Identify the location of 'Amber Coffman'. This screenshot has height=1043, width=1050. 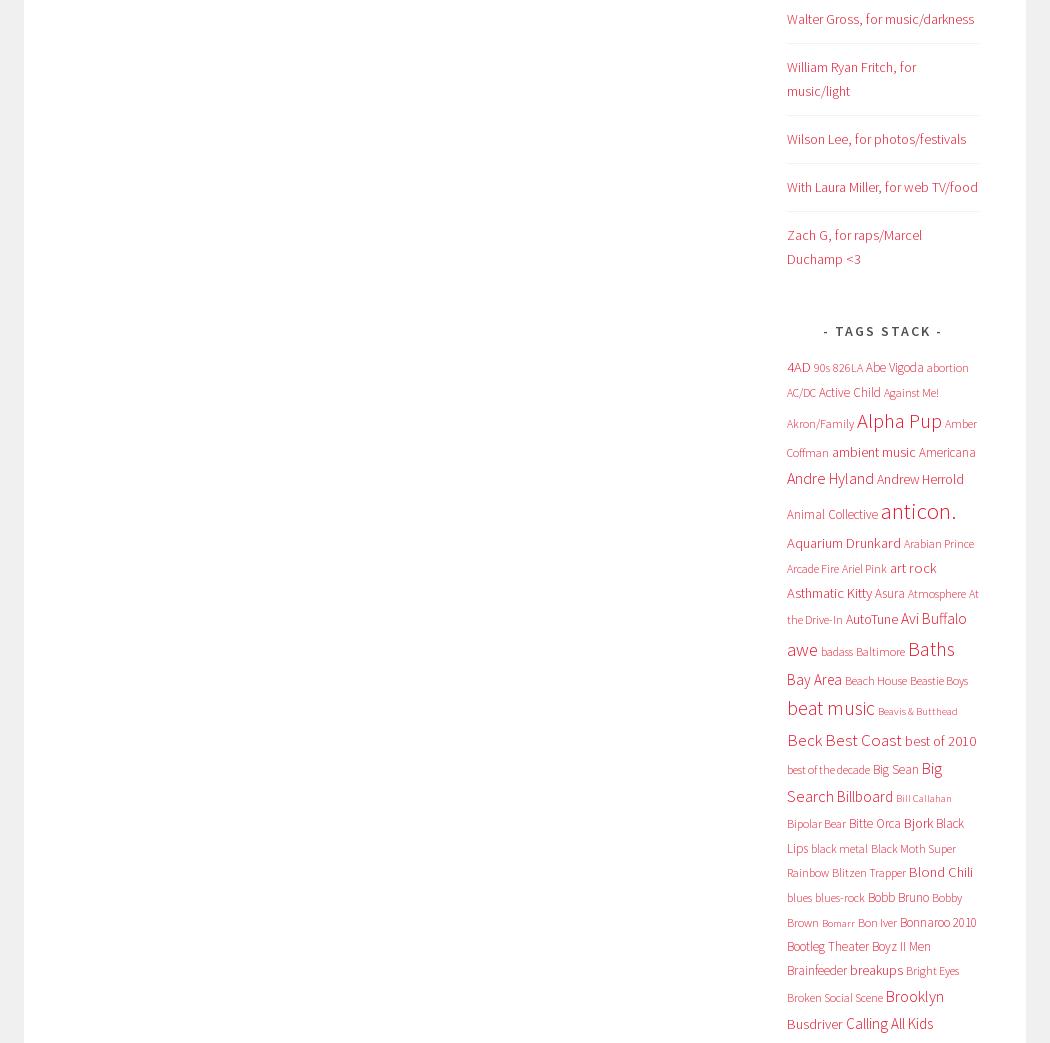
(786, 437).